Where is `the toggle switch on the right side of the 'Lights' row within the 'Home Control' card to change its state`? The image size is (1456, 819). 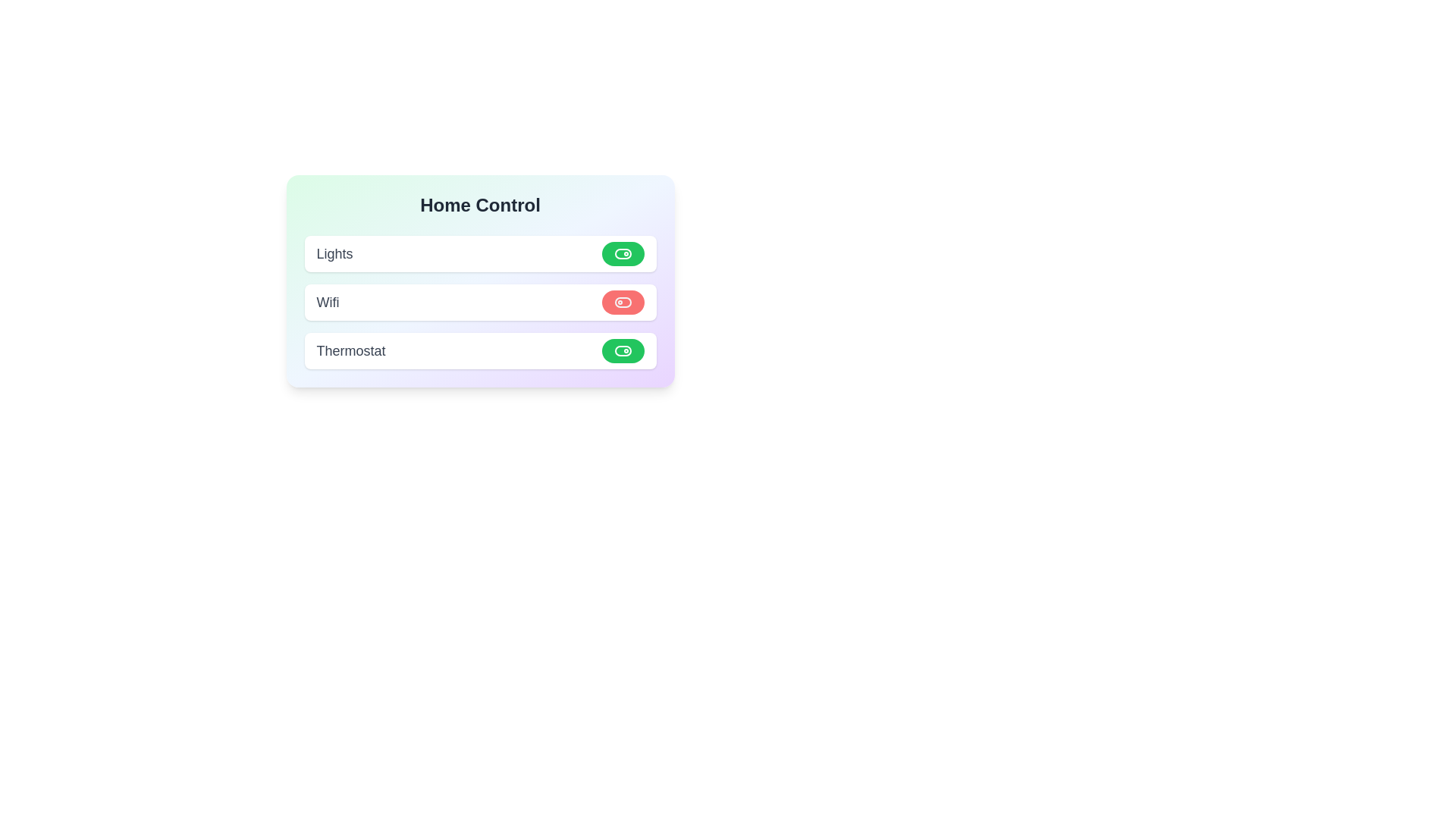 the toggle switch on the right side of the 'Lights' row within the 'Home Control' card to change its state is located at coordinates (623, 253).